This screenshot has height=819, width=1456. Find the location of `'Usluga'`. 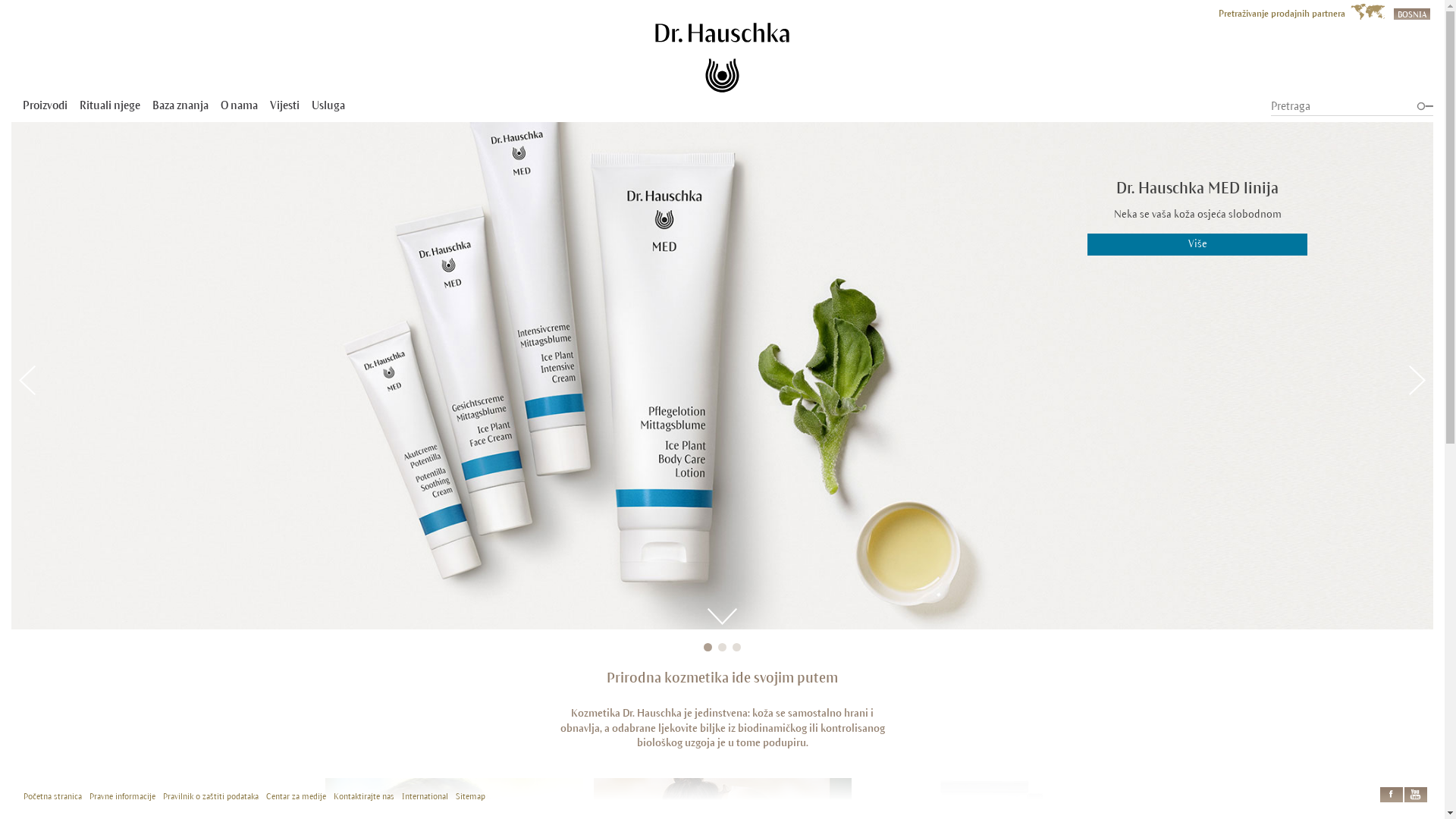

'Usluga' is located at coordinates (327, 104).